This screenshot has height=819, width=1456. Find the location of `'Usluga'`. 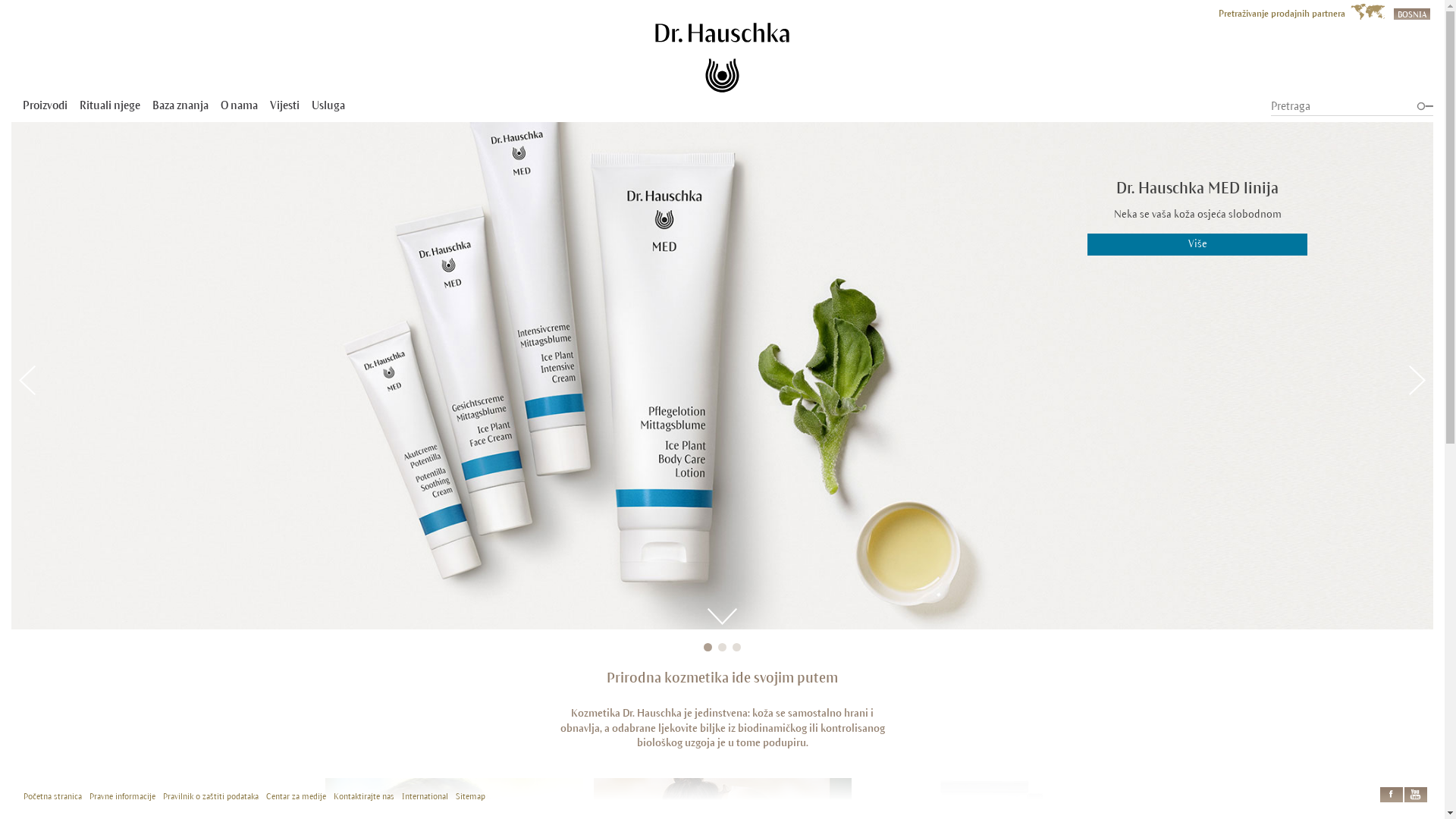

'Usluga' is located at coordinates (327, 104).